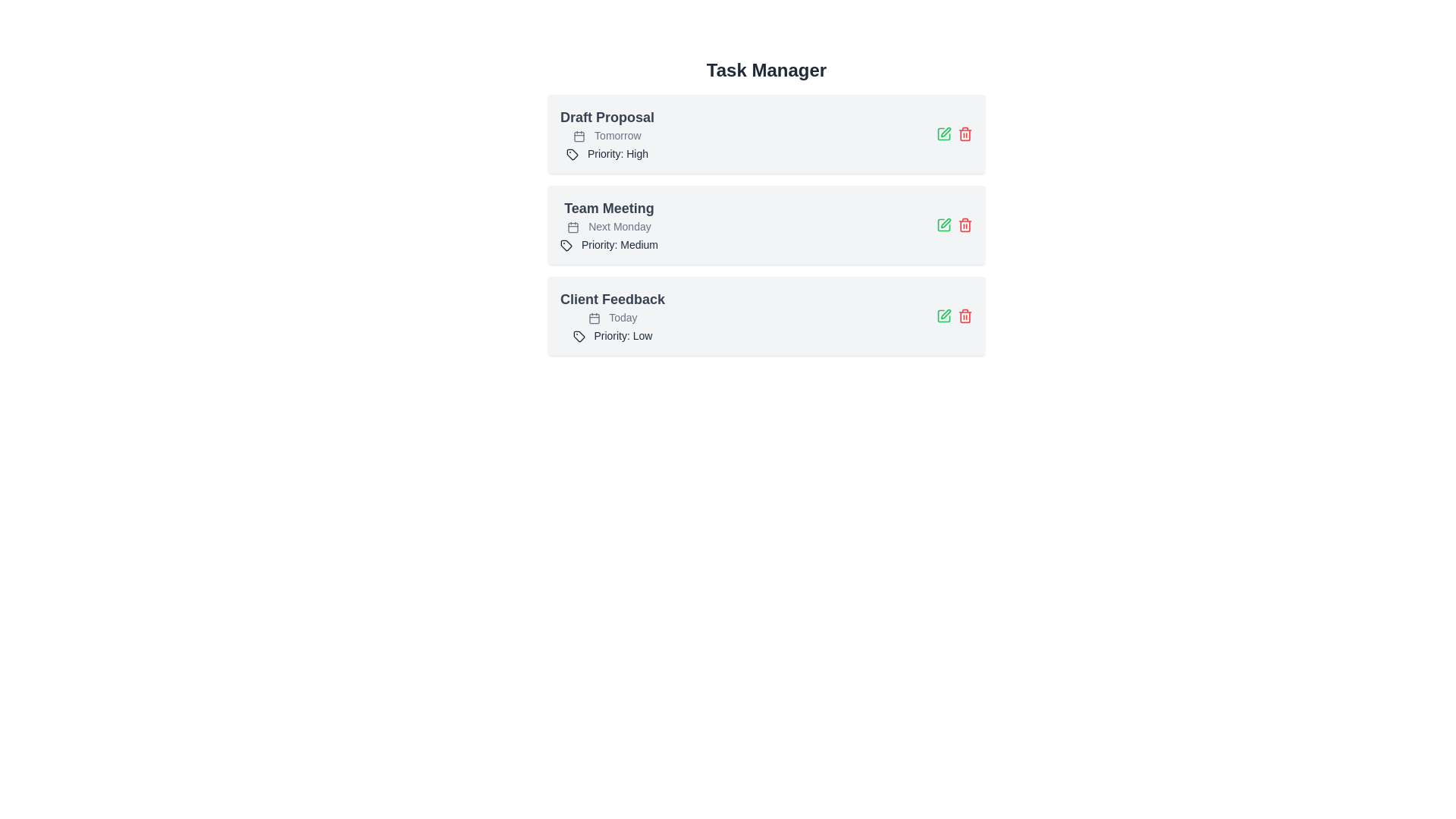  Describe the element at coordinates (593, 318) in the screenshot. I see `design of the calendar icon, which is gray and located to the left of the text 'Today' in the 'Client Feedback' section` at that location.